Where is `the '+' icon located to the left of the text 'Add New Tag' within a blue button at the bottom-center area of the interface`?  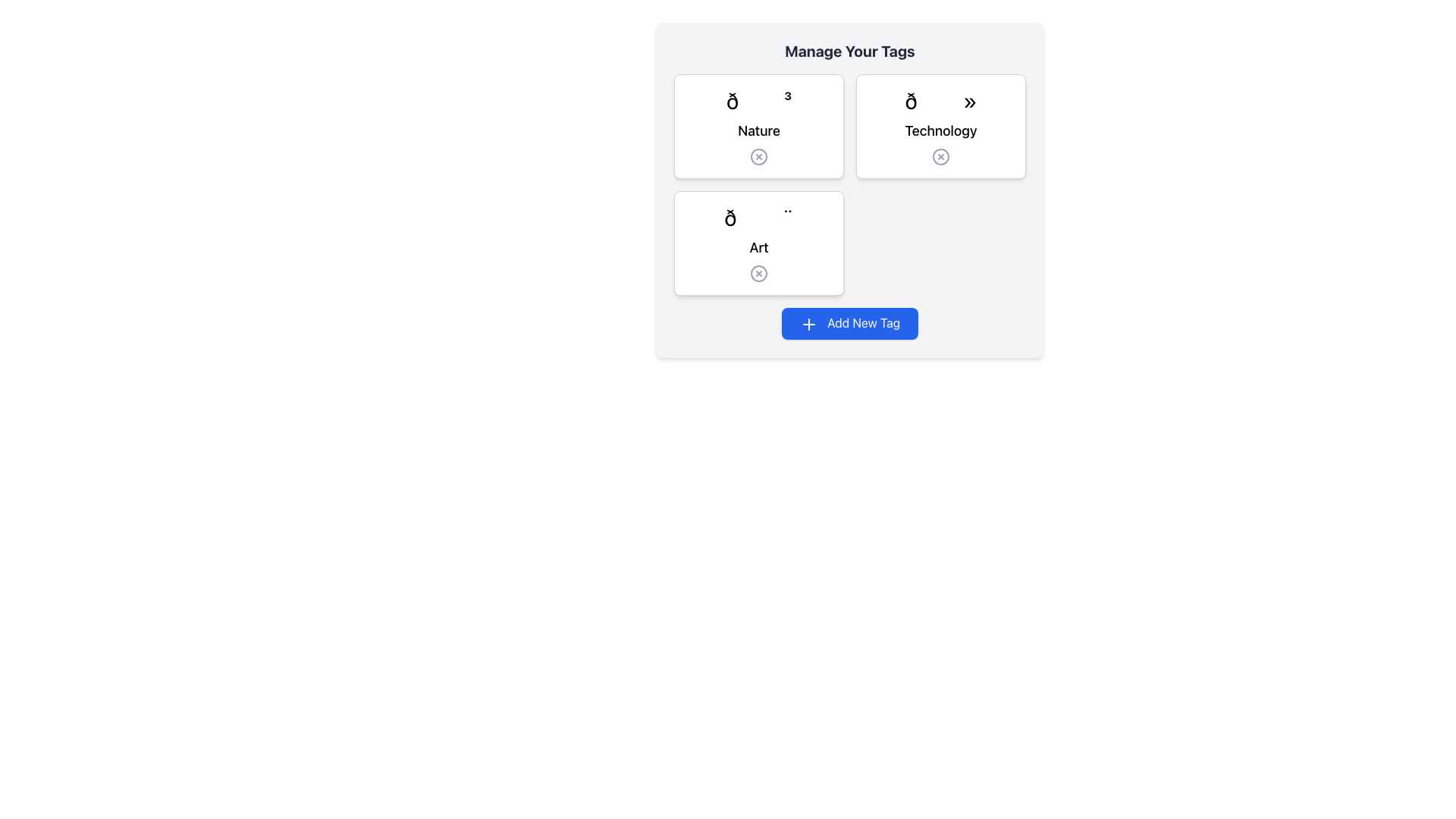 the '+' icon located to the left of the text 'Add New Tag' within a blue button at the bottom-center area of the interface is located at coordinates (808, 323).